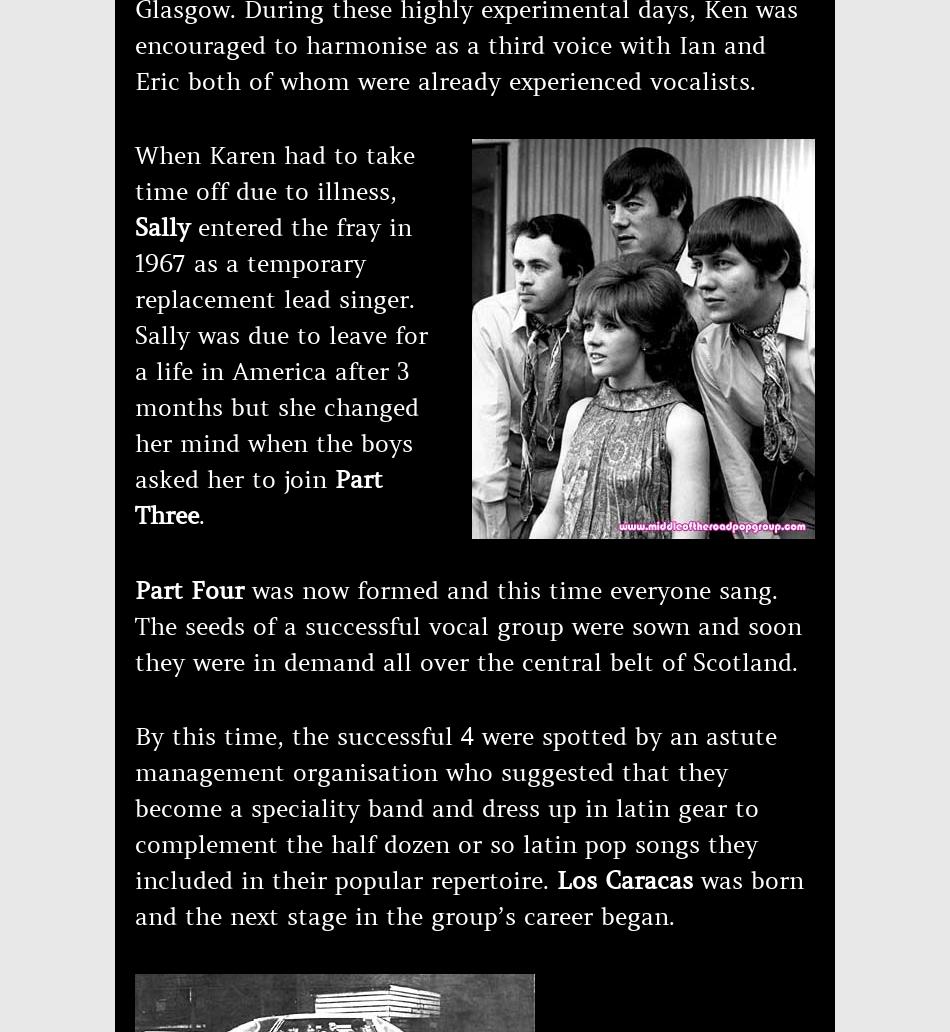  I want to click on 'When Karen had to take time off due to illness,', so click(274, 173).